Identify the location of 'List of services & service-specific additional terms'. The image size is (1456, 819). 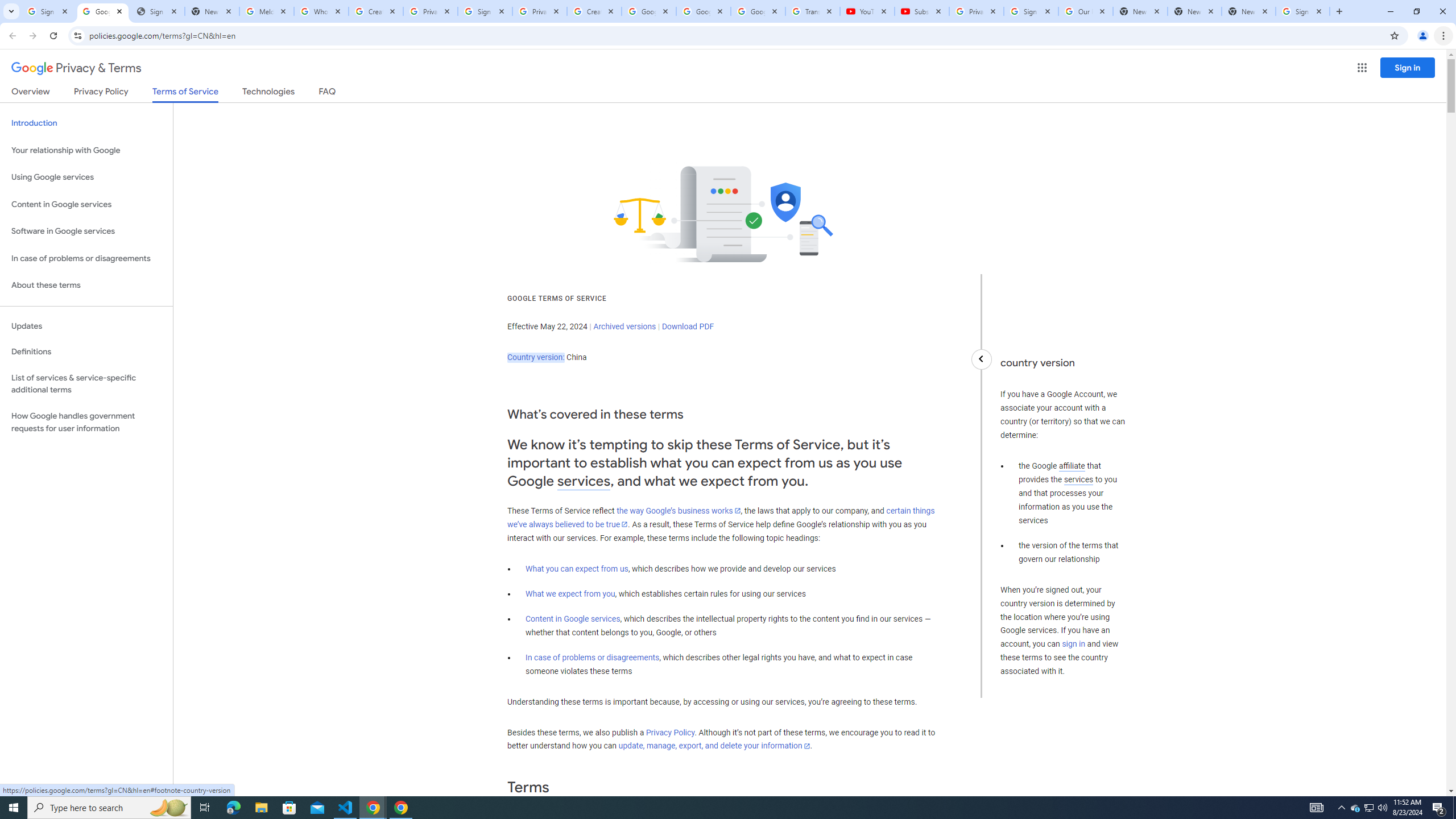
(86, 383).